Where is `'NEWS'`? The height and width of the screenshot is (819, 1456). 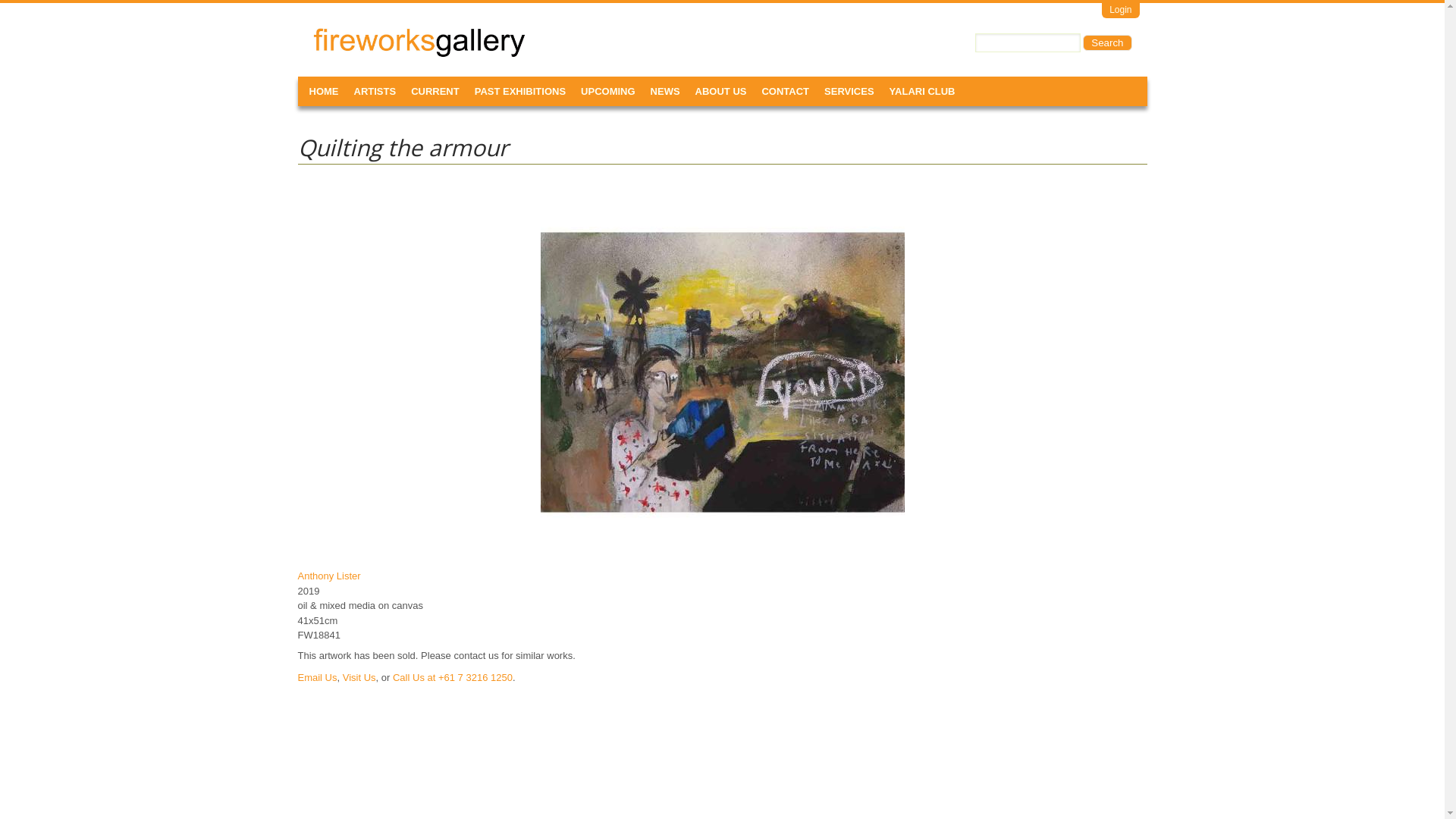 'NEWS' is located at coordinates (643, 91).